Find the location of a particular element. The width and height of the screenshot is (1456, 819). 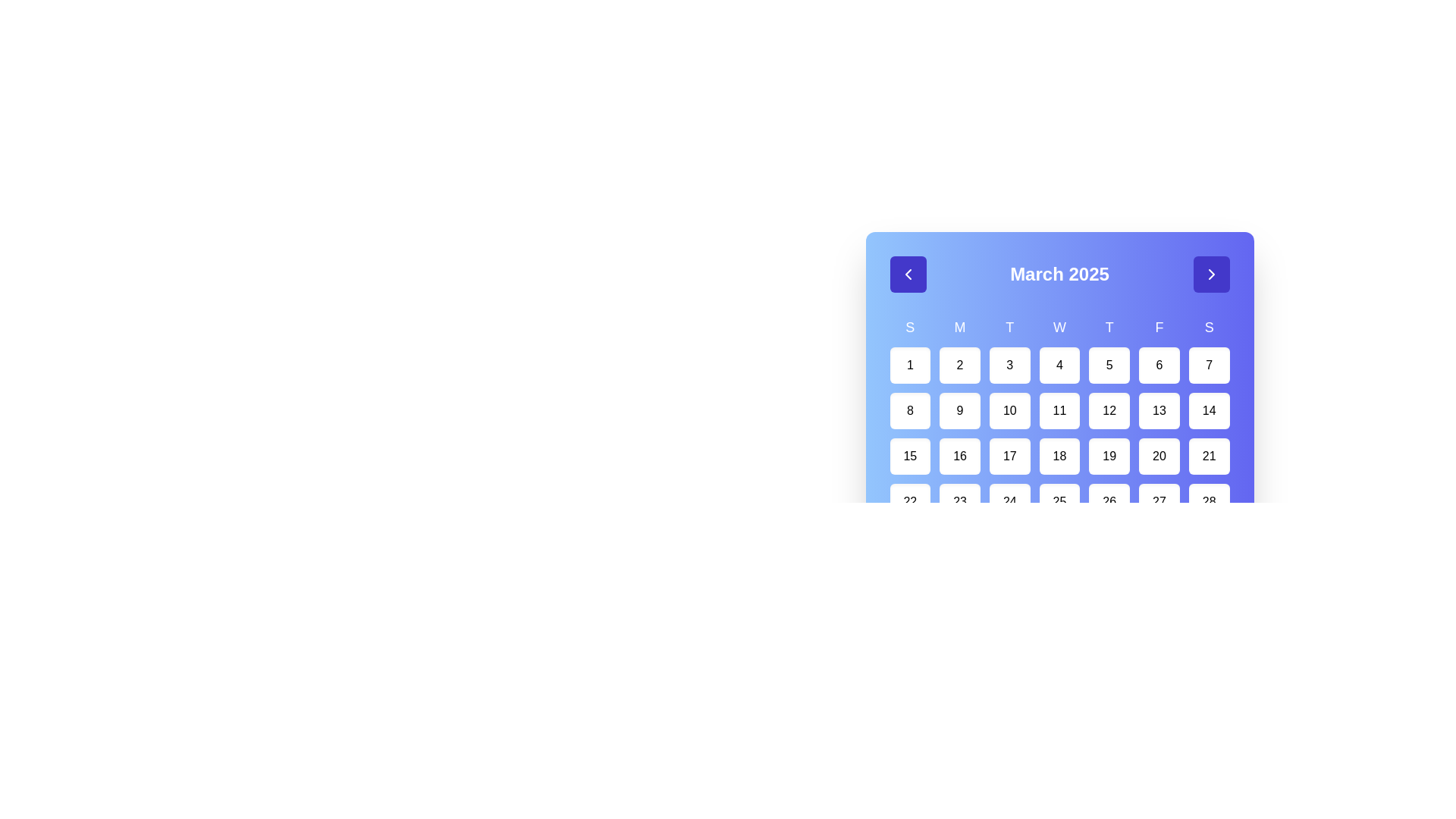

the rounded square button with a white background and the number '28' in bold black text located in the last column under 'S' in the calendar layout is located at coordinates (1208, 502).